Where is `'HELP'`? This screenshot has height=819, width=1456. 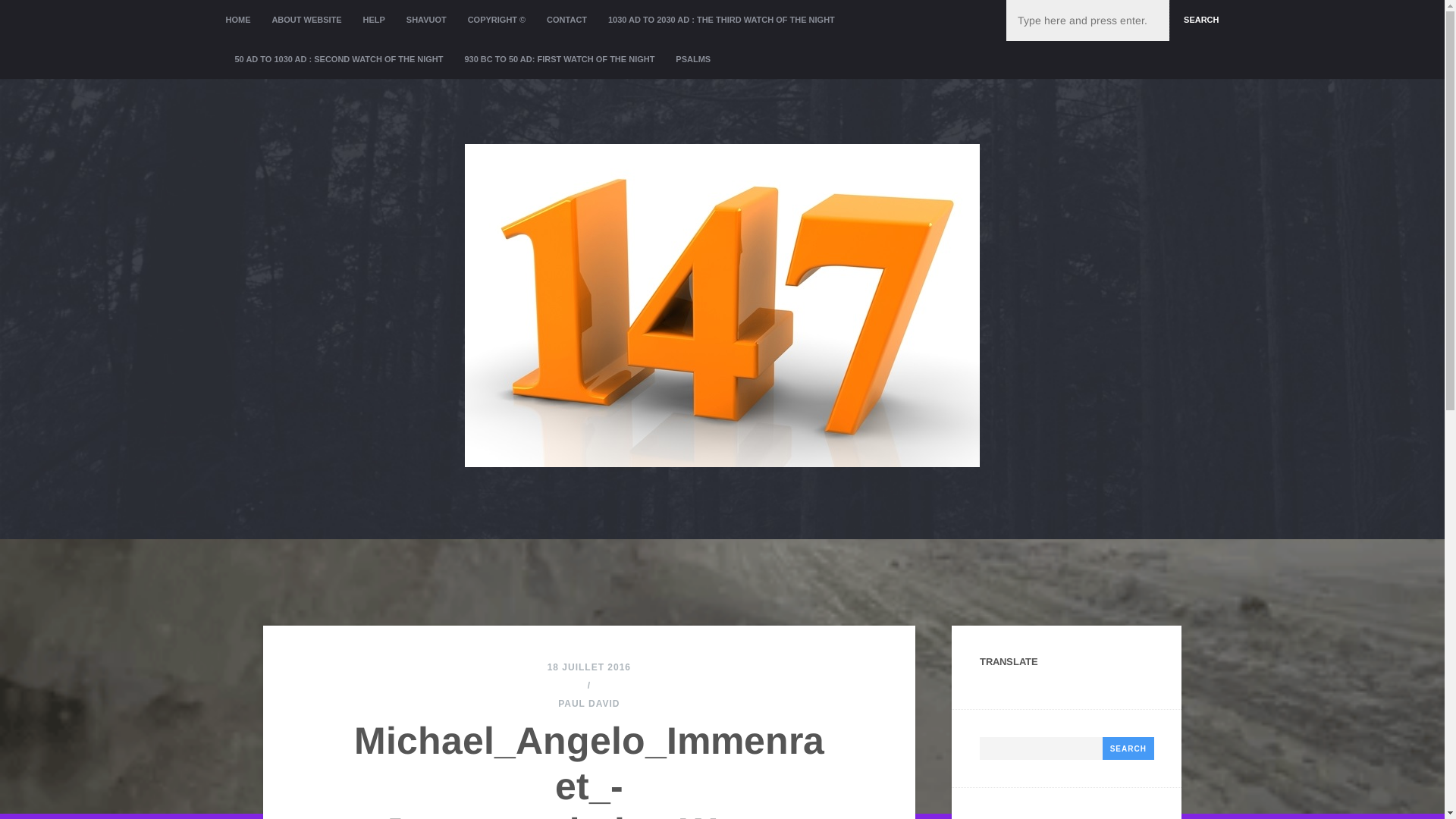
'HELP' is located at coordinates (374, 20).